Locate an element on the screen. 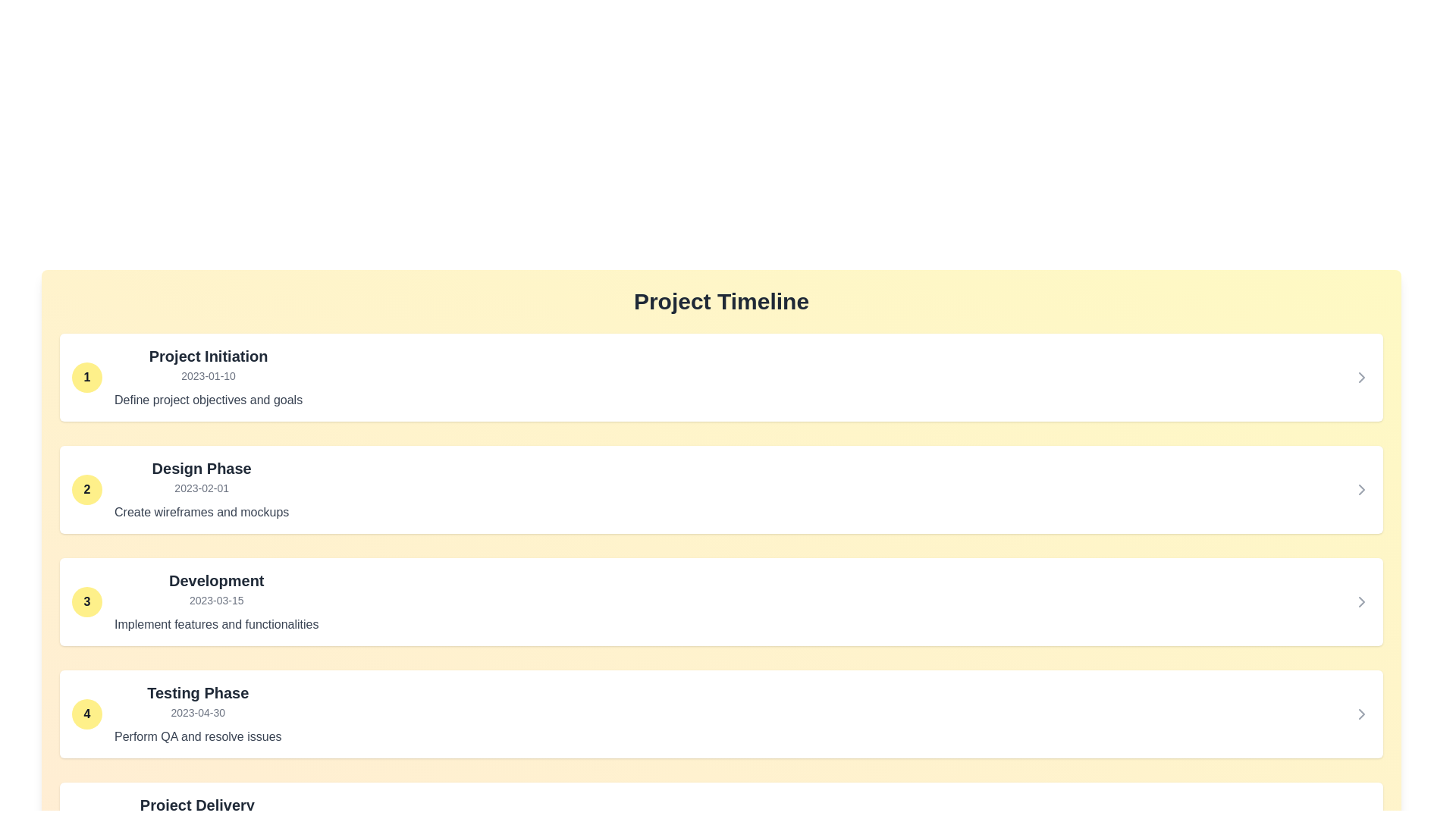 Image resolution: width=1456 pixels, height=819 pixels. the icon located at the far right of the row labeled '2 Design Phase' is located at coordinates (1361, 489).